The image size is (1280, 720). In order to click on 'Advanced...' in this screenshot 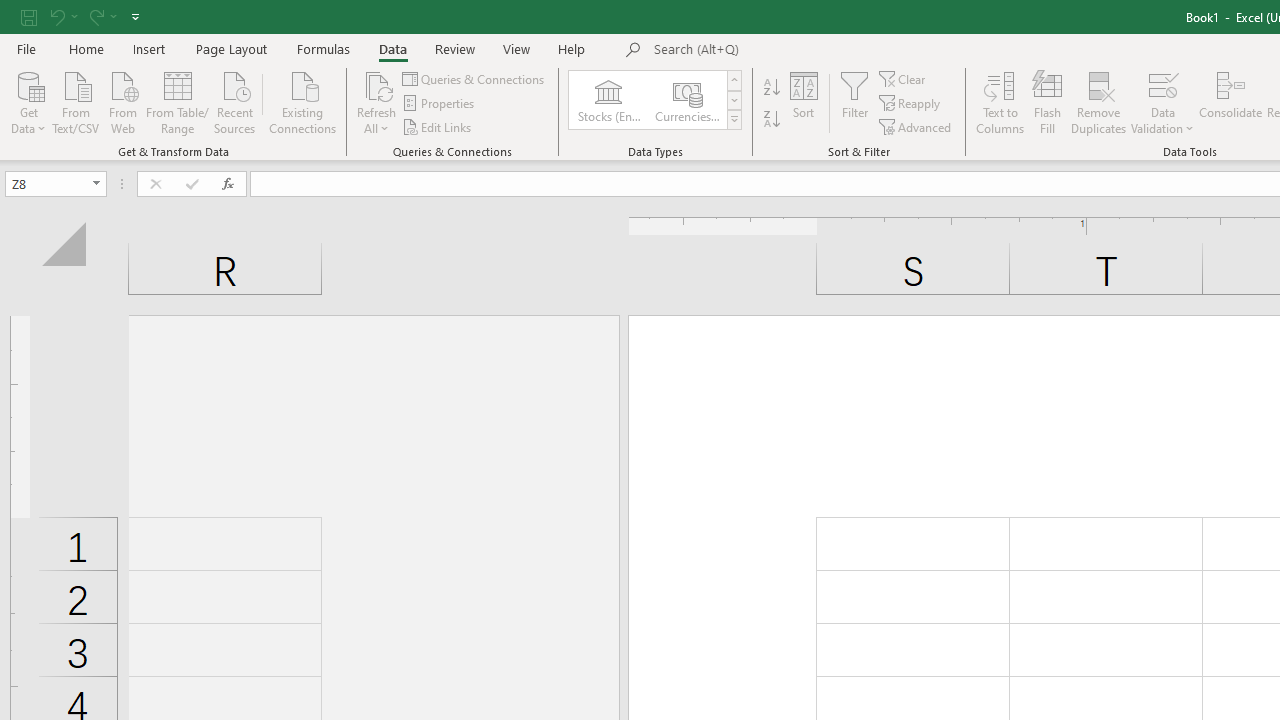, I will do `click(915, 127)`.